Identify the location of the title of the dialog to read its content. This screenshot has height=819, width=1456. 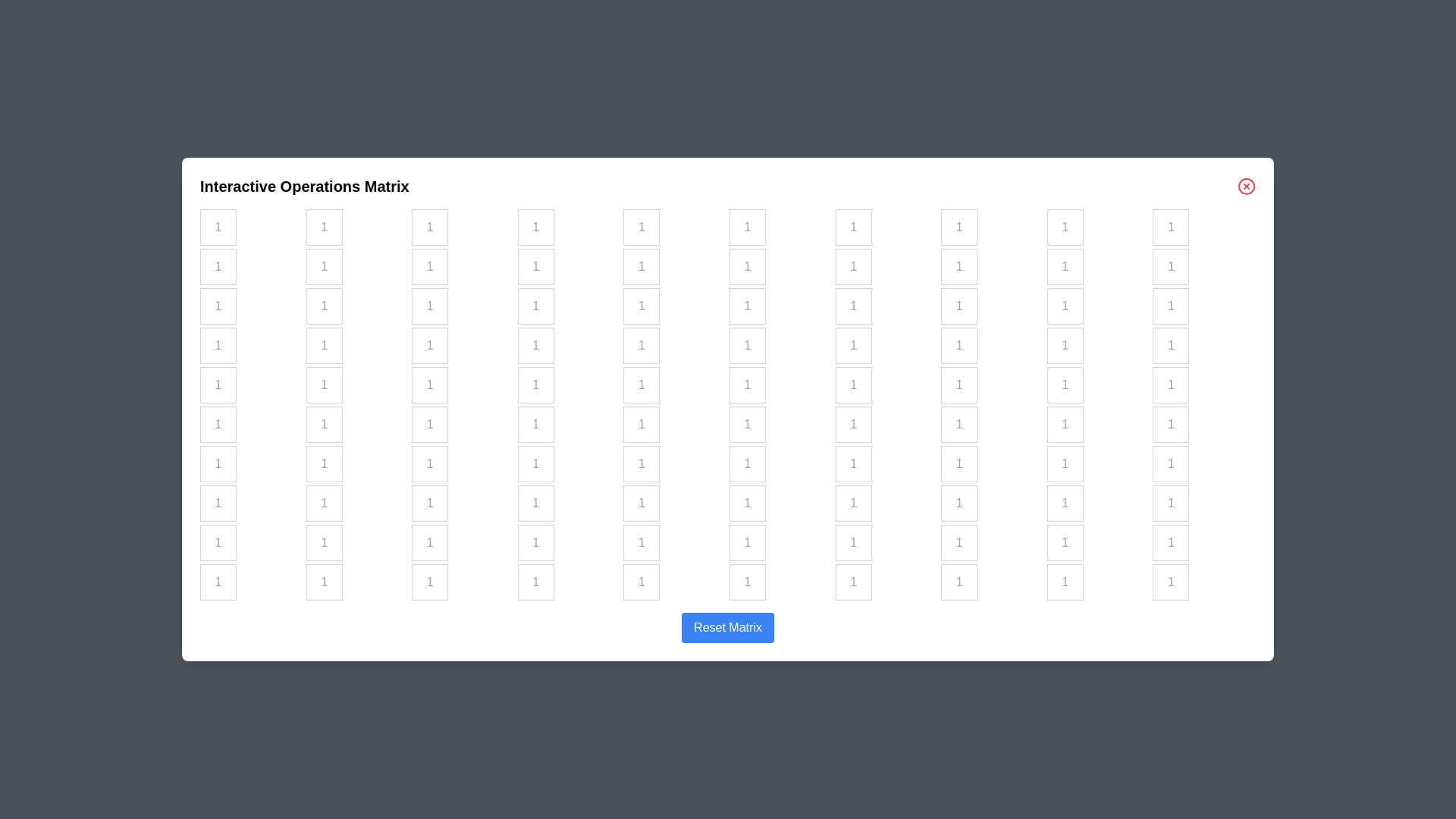
(303, 186).